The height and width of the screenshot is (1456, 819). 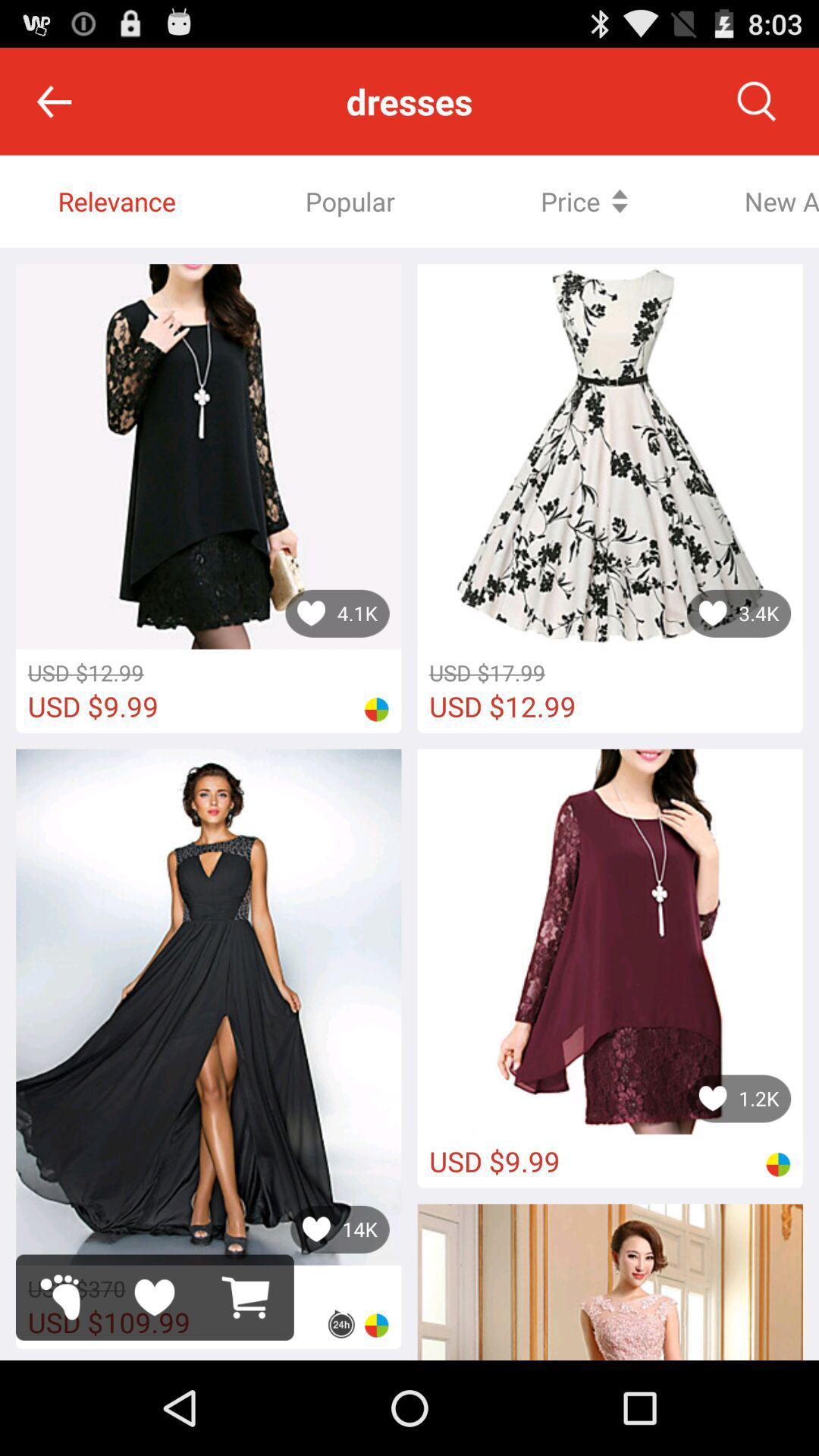 I want to click on the arrow_backward icon, so click(x=53, y=108).